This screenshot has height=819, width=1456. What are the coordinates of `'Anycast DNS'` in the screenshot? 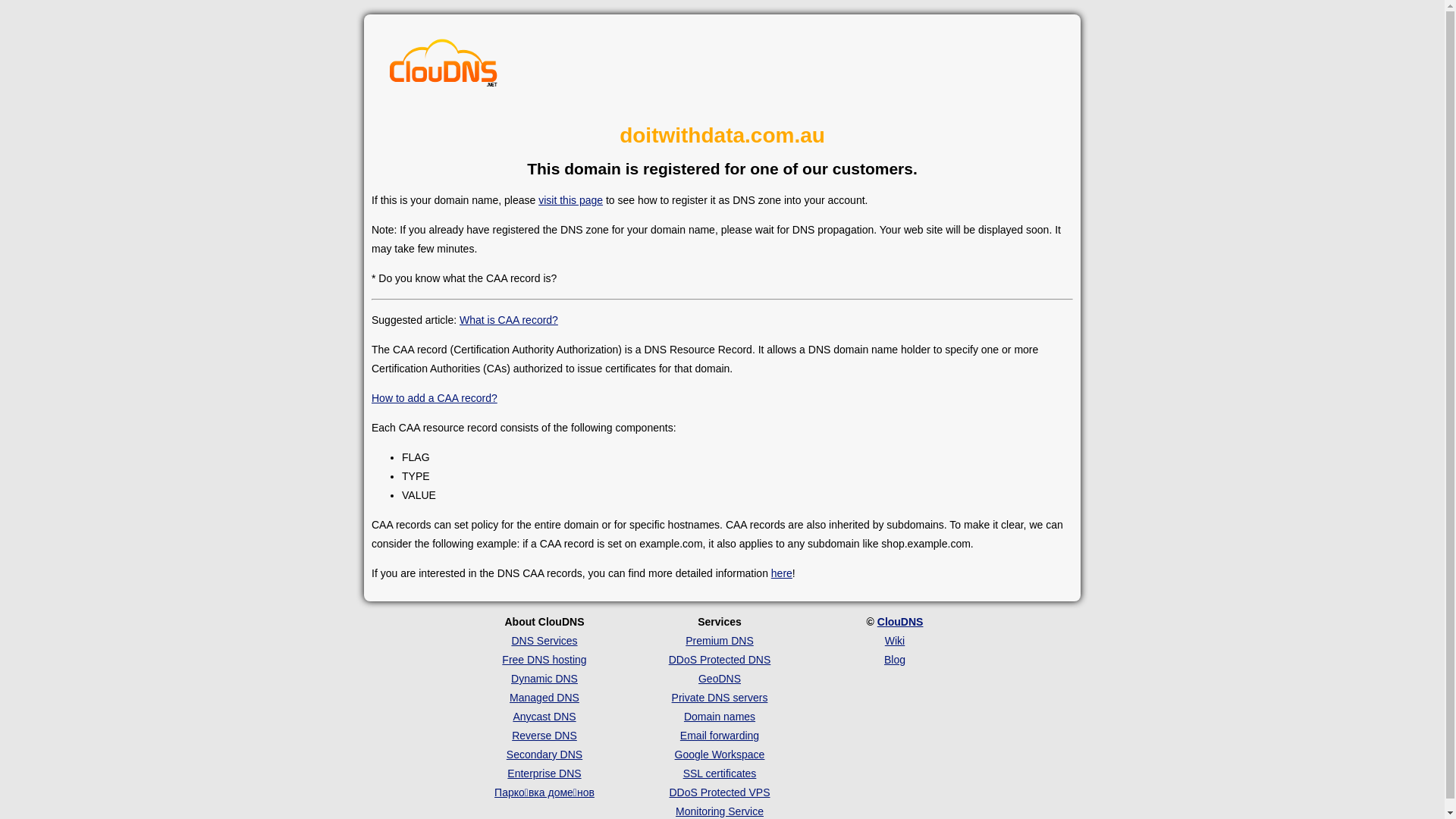 It's located at (544, 717).